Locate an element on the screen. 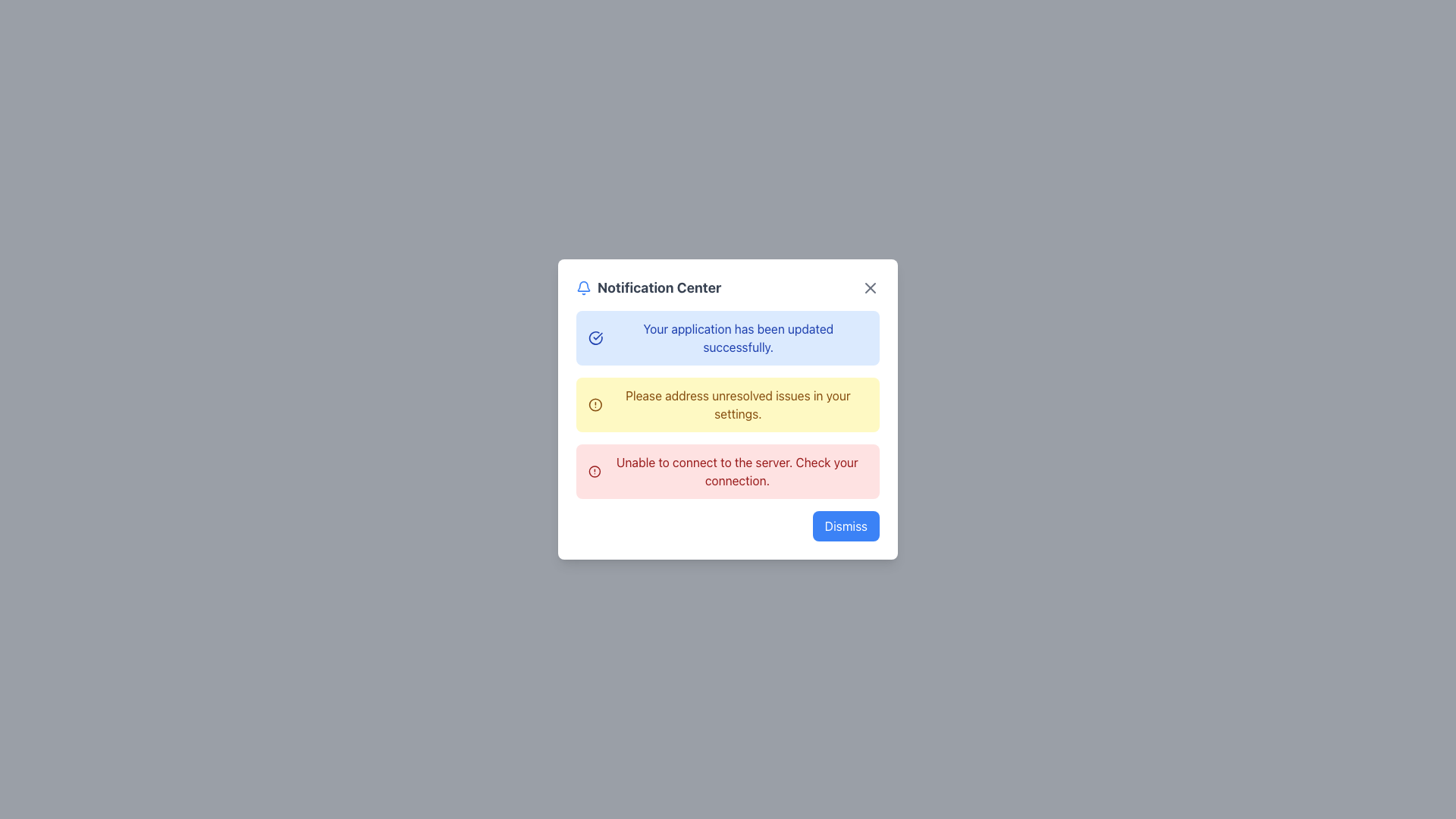  the alert icon located to the left of the yellow notification message that says 'Please address unresolved issues in your settings' is located at coordinates (595, 403).